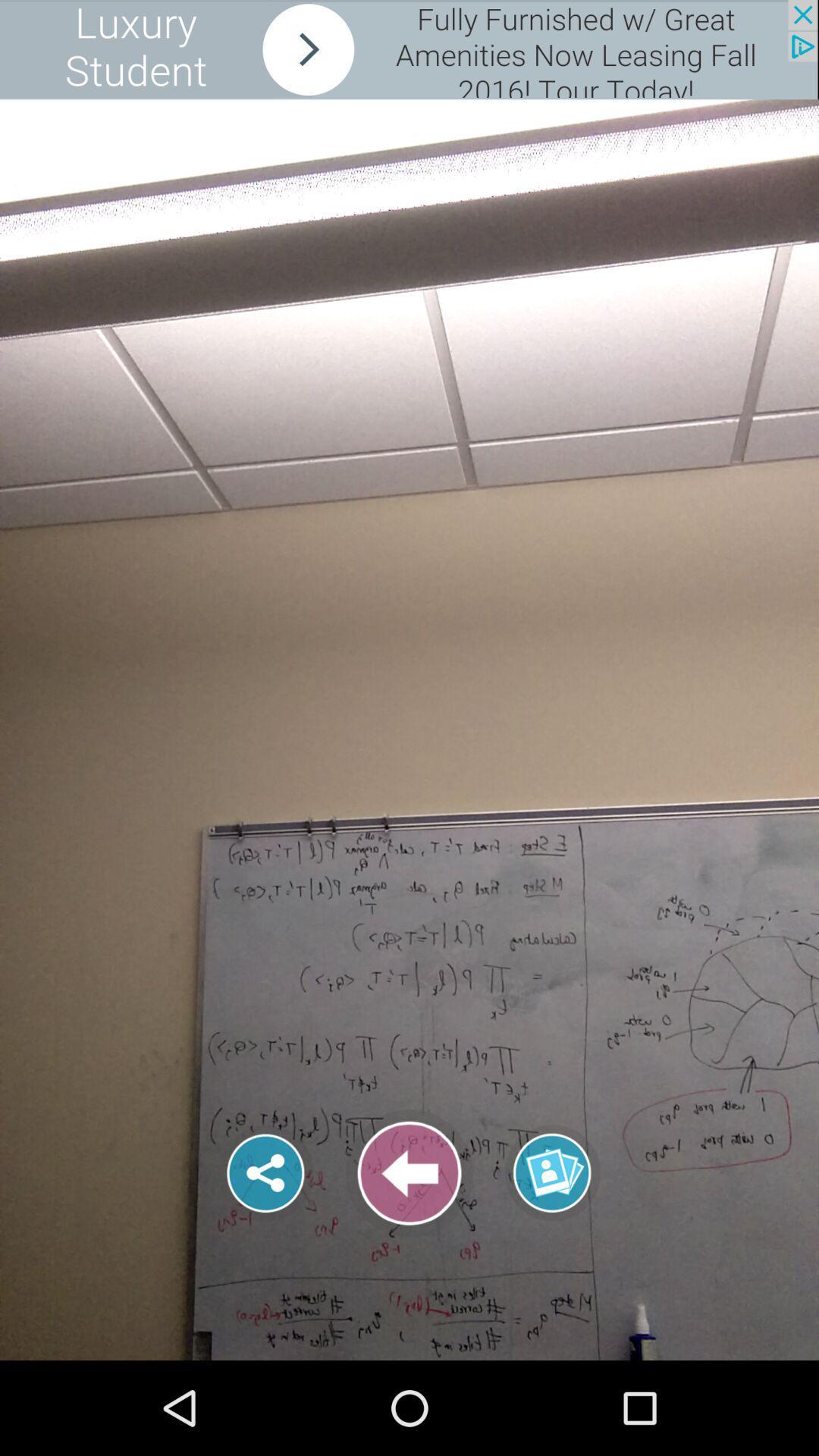 This screenshot has width=819, height=1456. Describe the element at coordinates (408, 49) in the screenshot. I see `the advertisement` at that location.